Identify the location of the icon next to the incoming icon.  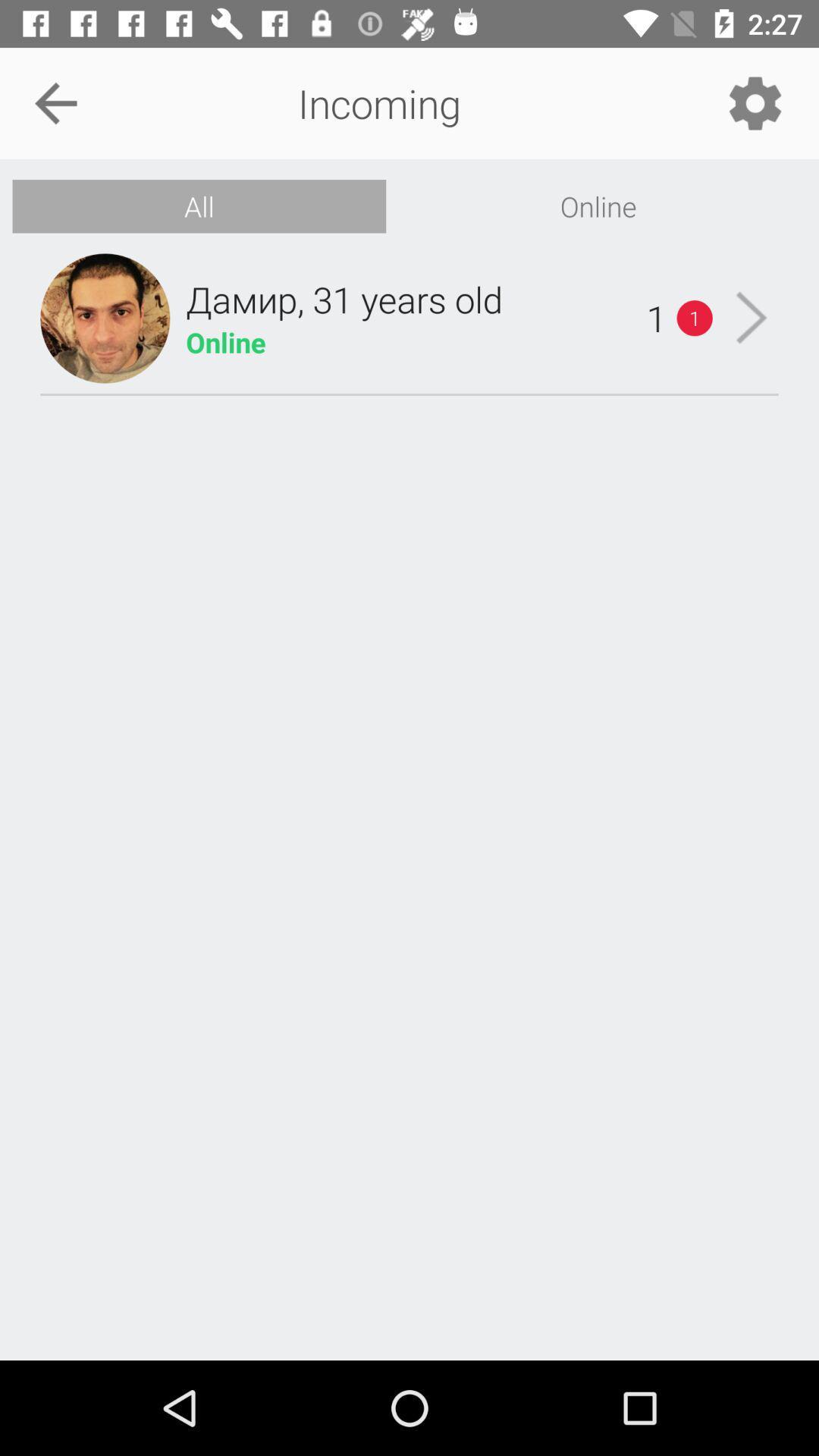
(55, 102).